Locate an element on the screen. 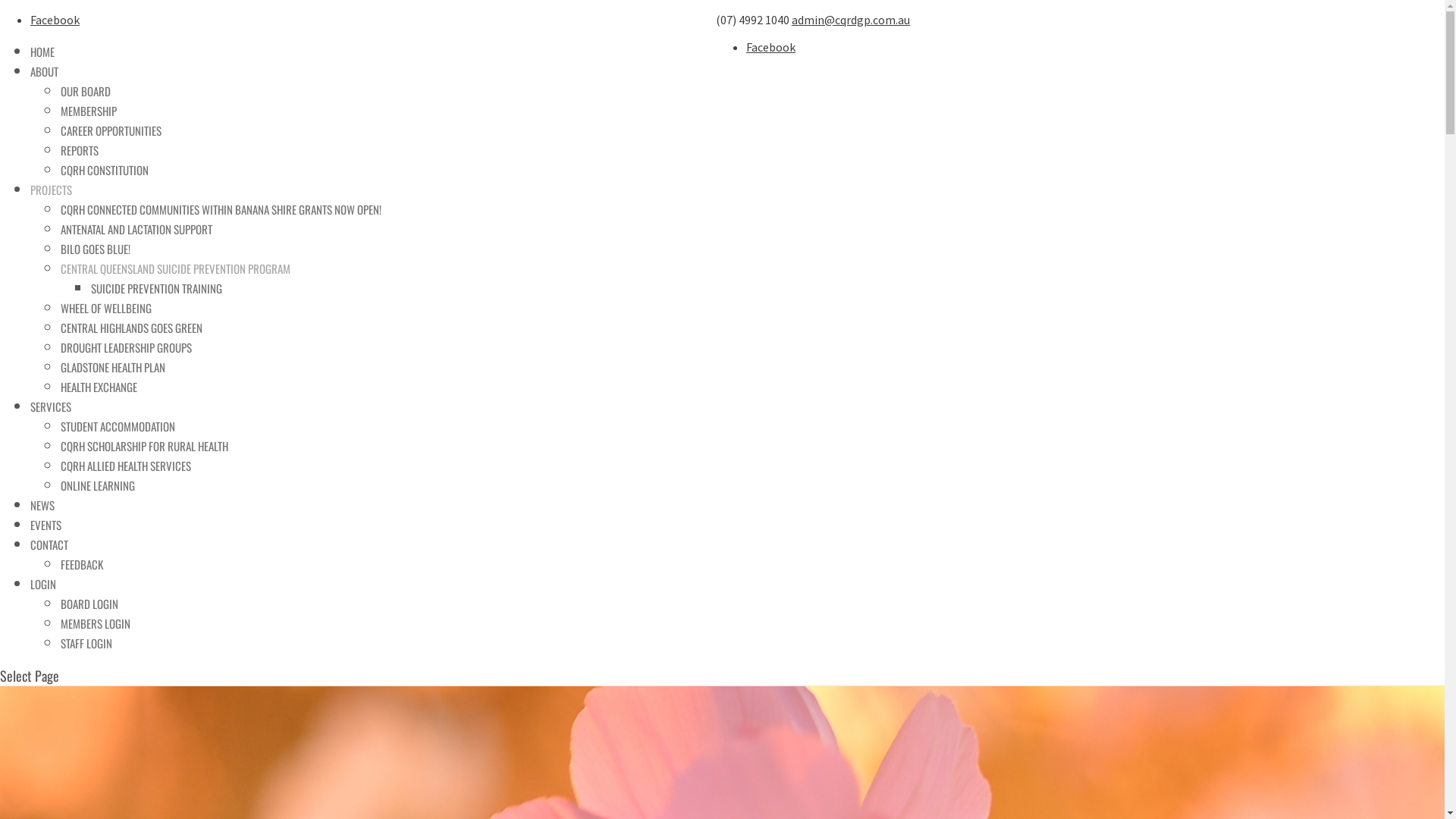  'MEMBERSHIP' is located at coordinates (61, 110).